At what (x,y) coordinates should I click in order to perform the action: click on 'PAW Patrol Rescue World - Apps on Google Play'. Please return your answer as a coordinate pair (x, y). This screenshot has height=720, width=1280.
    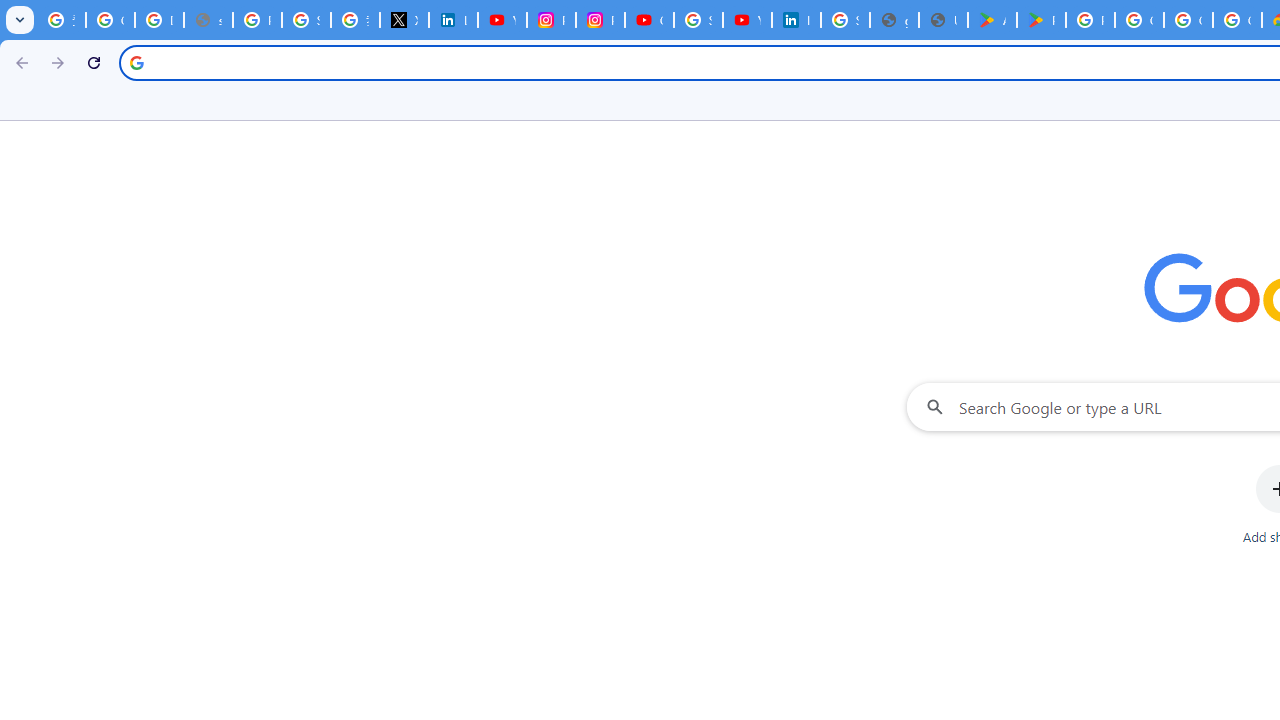
    Looking at the image, I should click on (1040, 20).